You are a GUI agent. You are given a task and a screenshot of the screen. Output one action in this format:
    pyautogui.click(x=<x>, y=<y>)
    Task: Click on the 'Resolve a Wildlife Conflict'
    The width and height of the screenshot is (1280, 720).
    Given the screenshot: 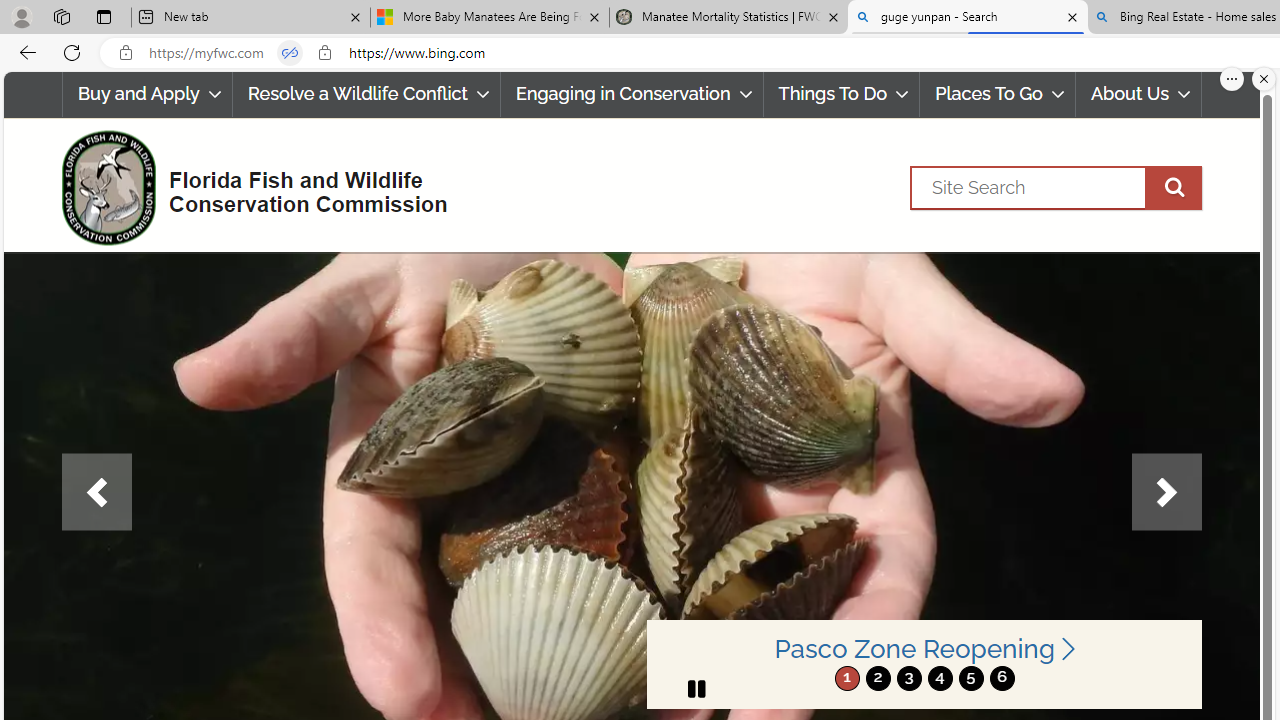 What is the action you would take?
    pyautogui.click(x=366, y=94)
    